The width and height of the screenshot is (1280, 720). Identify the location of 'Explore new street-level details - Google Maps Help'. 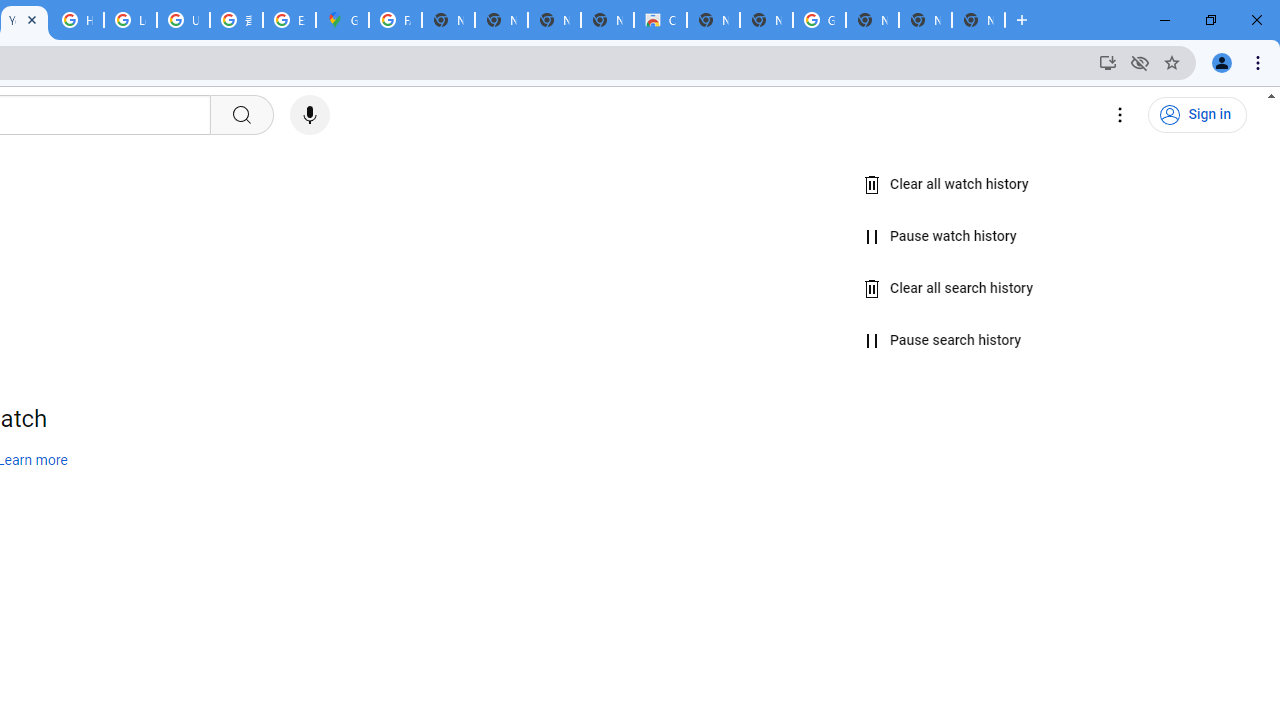
(288, 20).